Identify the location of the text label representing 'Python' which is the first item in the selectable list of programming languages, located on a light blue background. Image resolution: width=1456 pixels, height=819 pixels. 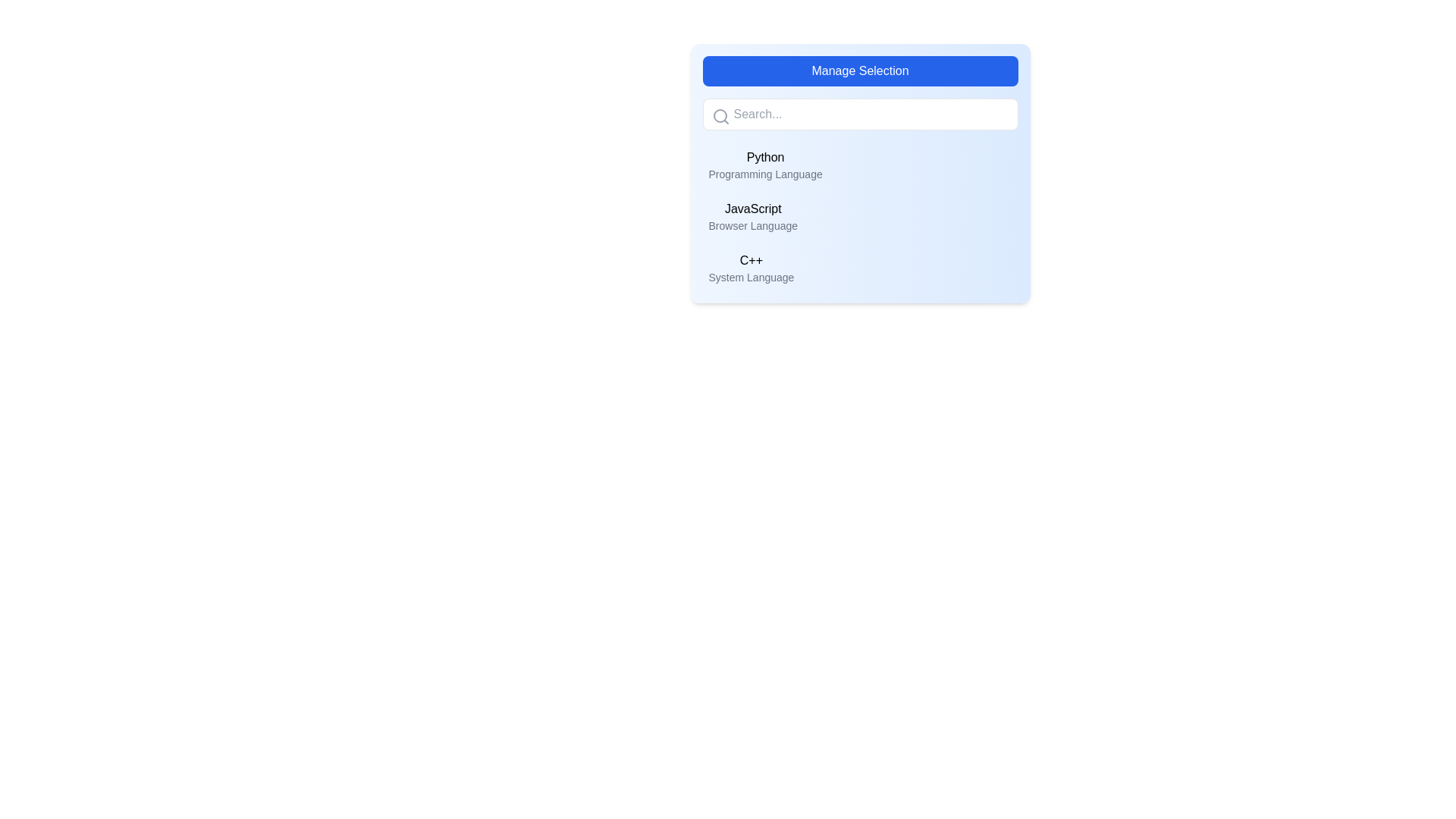
(765, 165).